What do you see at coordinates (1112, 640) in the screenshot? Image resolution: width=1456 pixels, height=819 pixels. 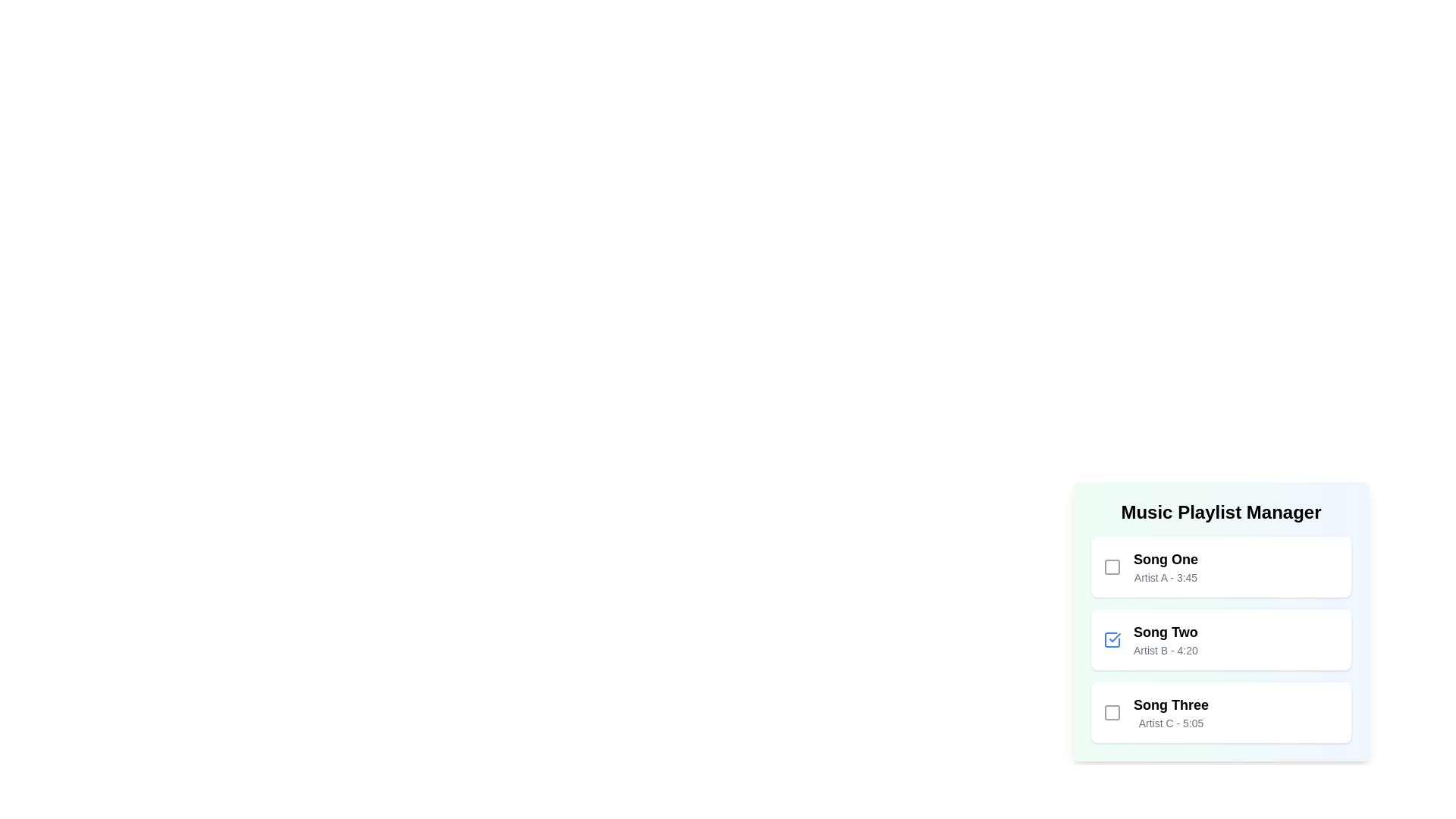 I see `the SVG graphical element representing the selected state of the checkbox for 'Song Two' in the 'Music Playlist Manager' interface` at bounding box center [1112, 640].